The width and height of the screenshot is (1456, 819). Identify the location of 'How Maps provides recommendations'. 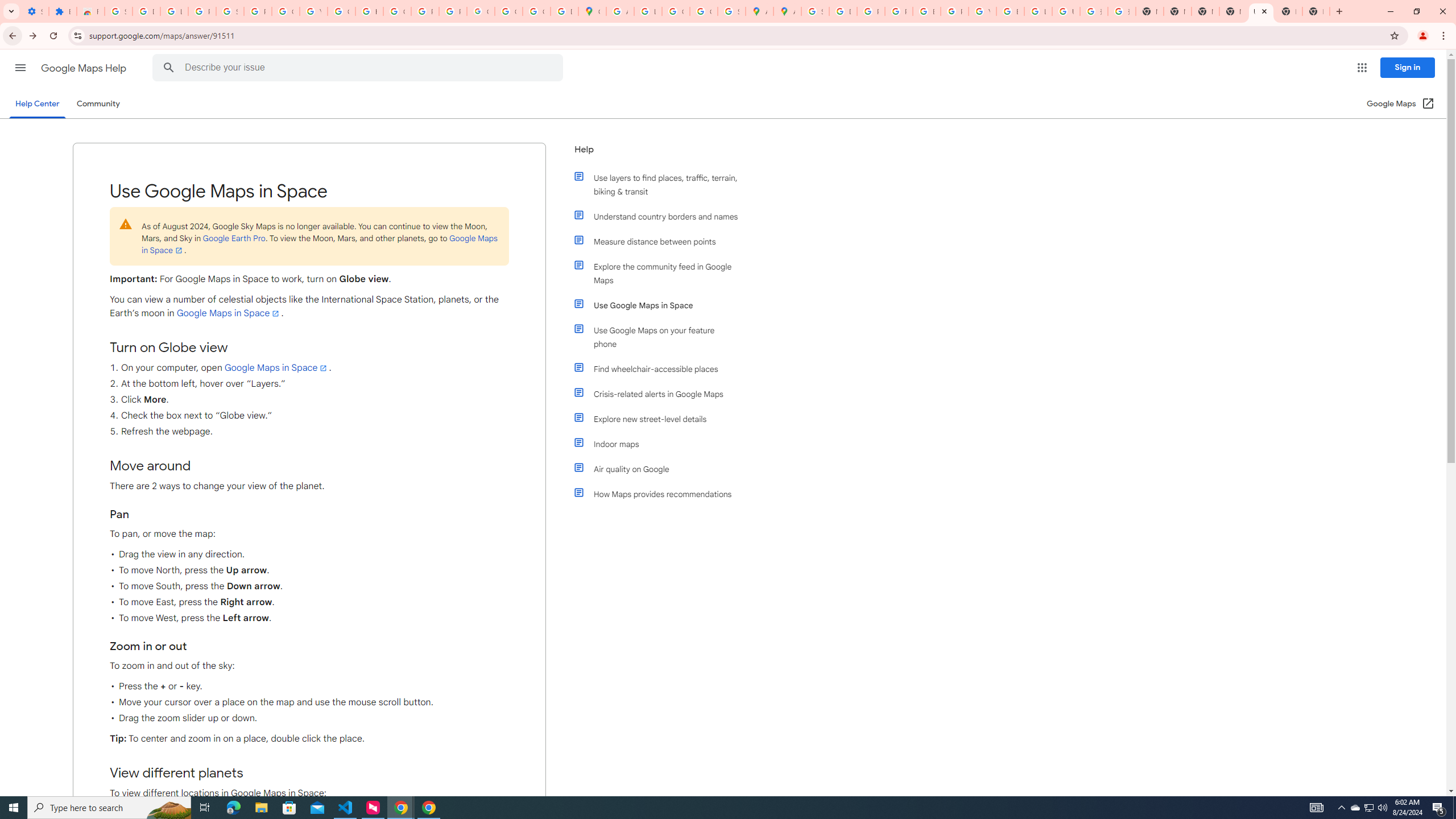
(661, 494).